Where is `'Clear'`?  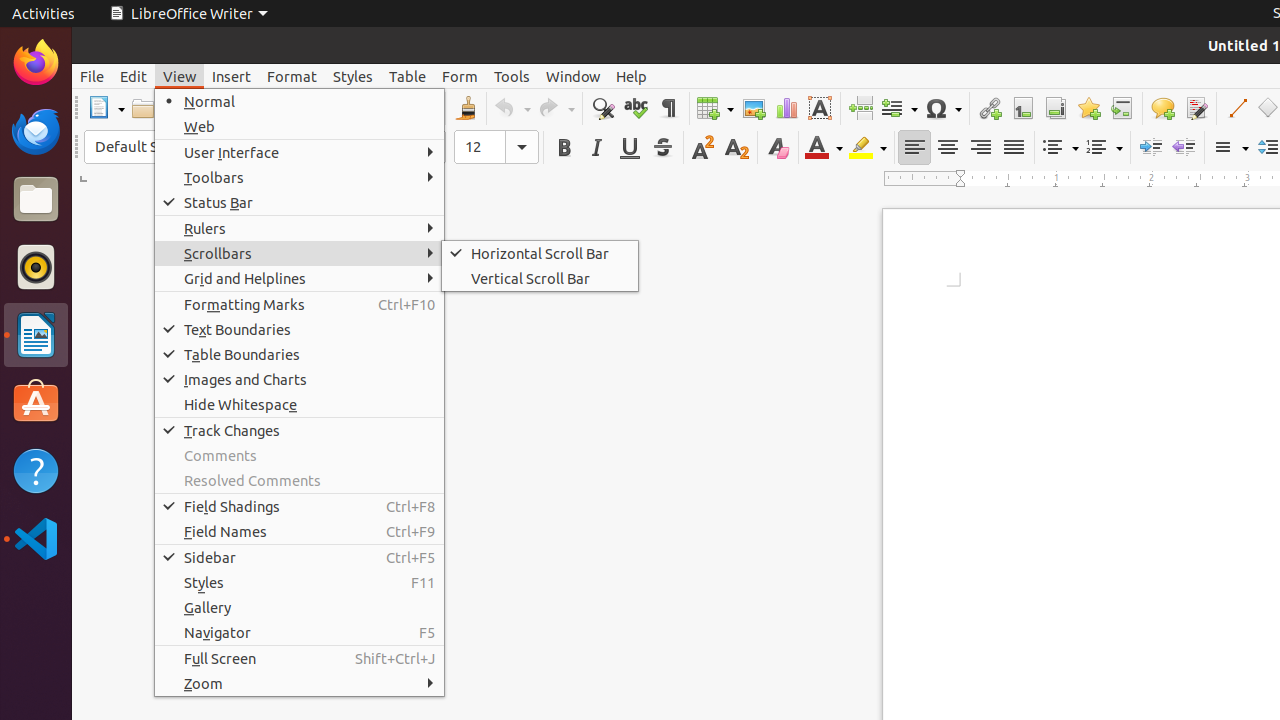 'Clear' is located at coordinates (776, 146).